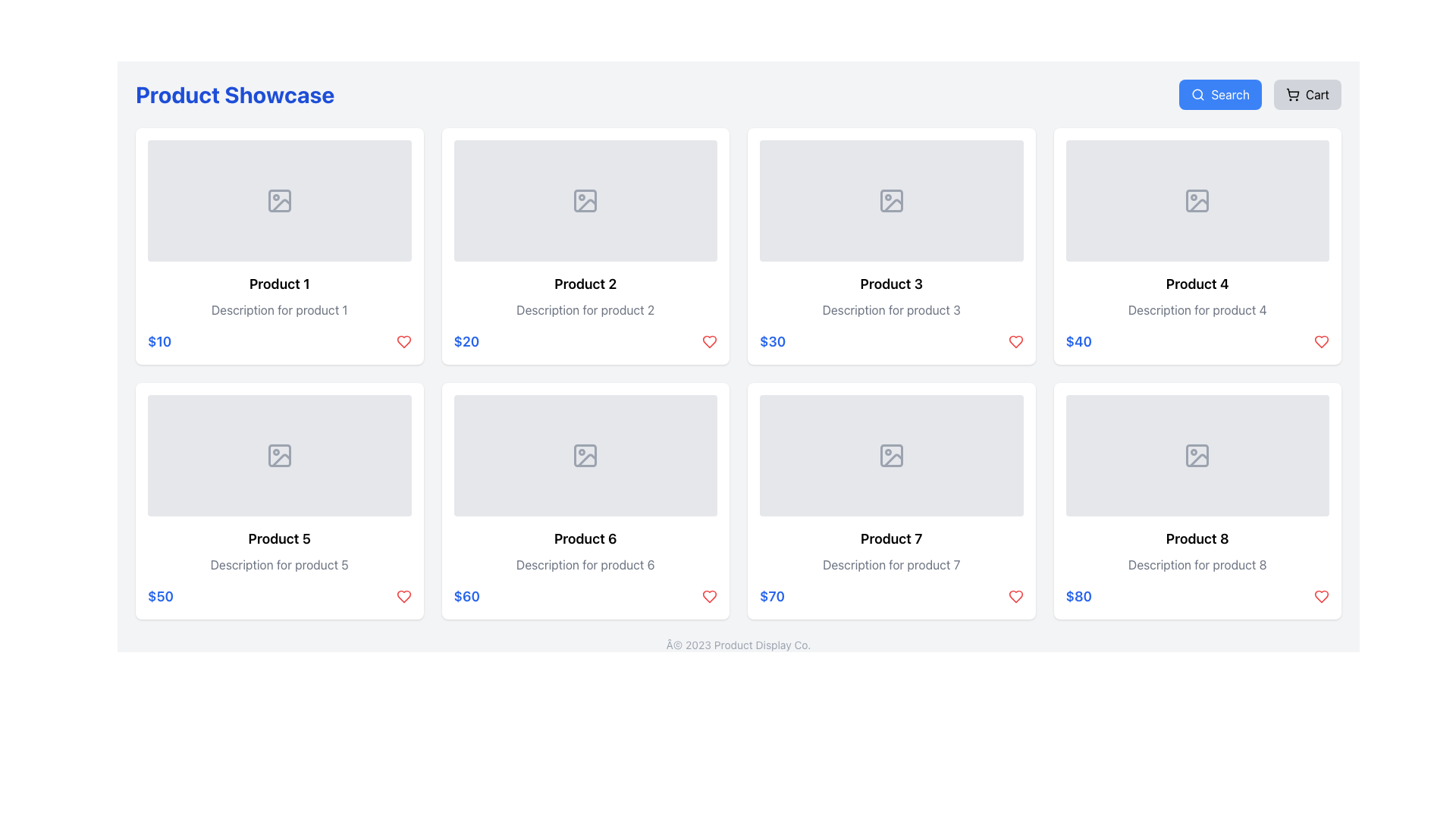 The width and height of the screenshot is (1456, 819). I want to click on placeholder icon for unavailable image content located at the top of the 'Product 6' card in the product showcase grid, so click(585, 455).